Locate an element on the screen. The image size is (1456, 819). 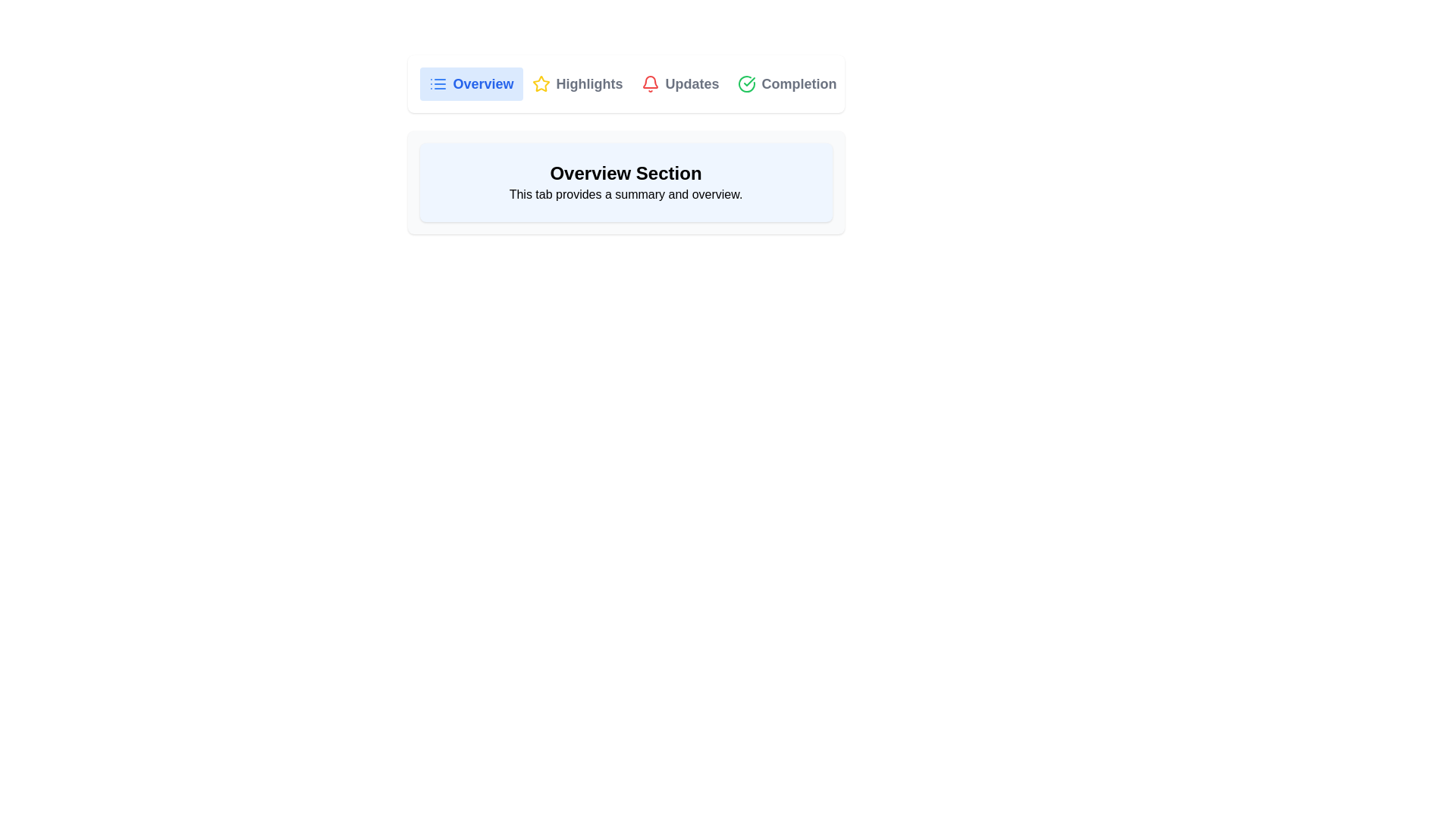
the bell icon in the navigation bar to interact with notifications related to the 'Updates' section is located at coordinates (650, 84).